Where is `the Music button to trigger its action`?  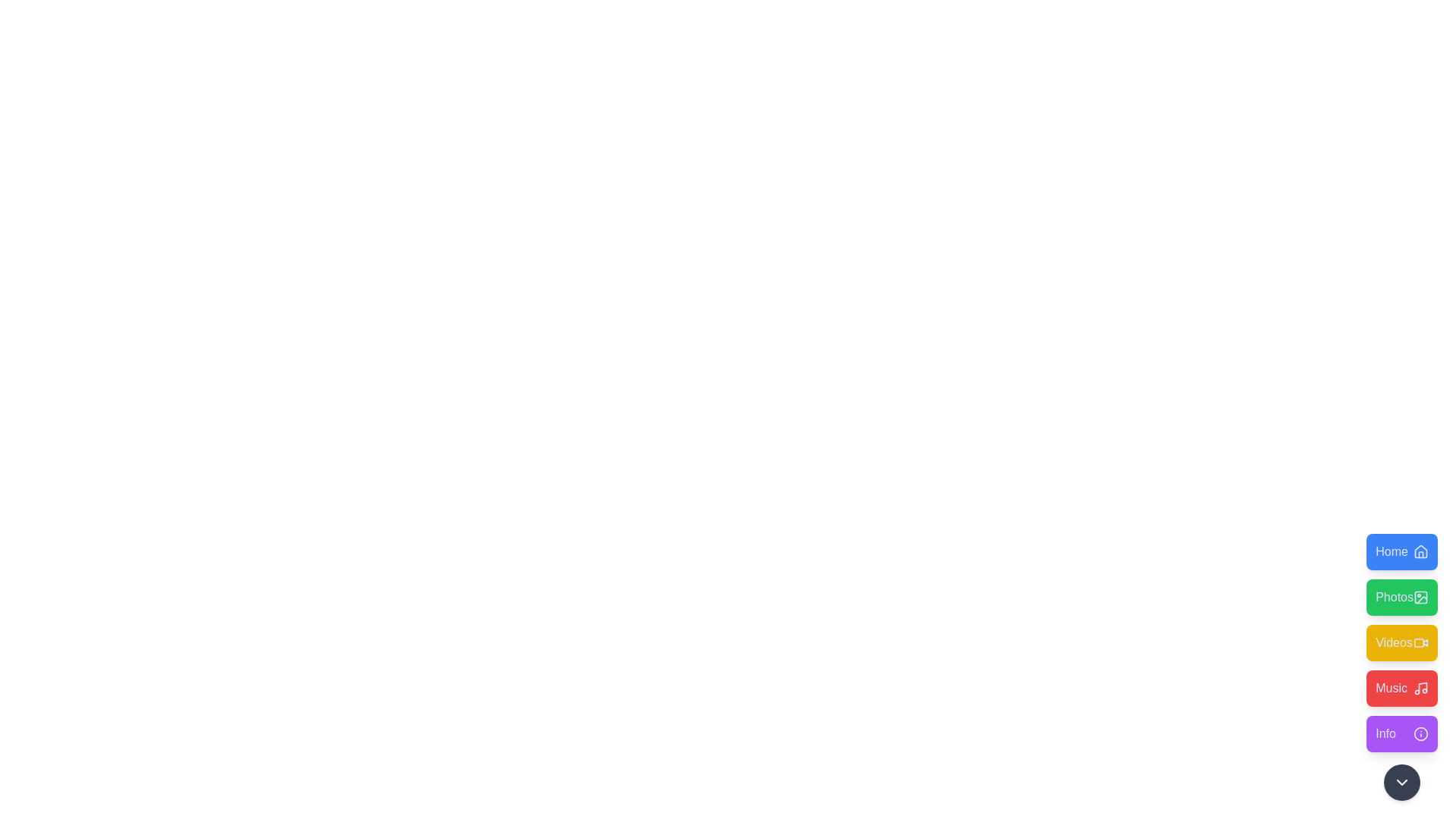
the Music button to trigger its action is located at coordinates (1401, 688).